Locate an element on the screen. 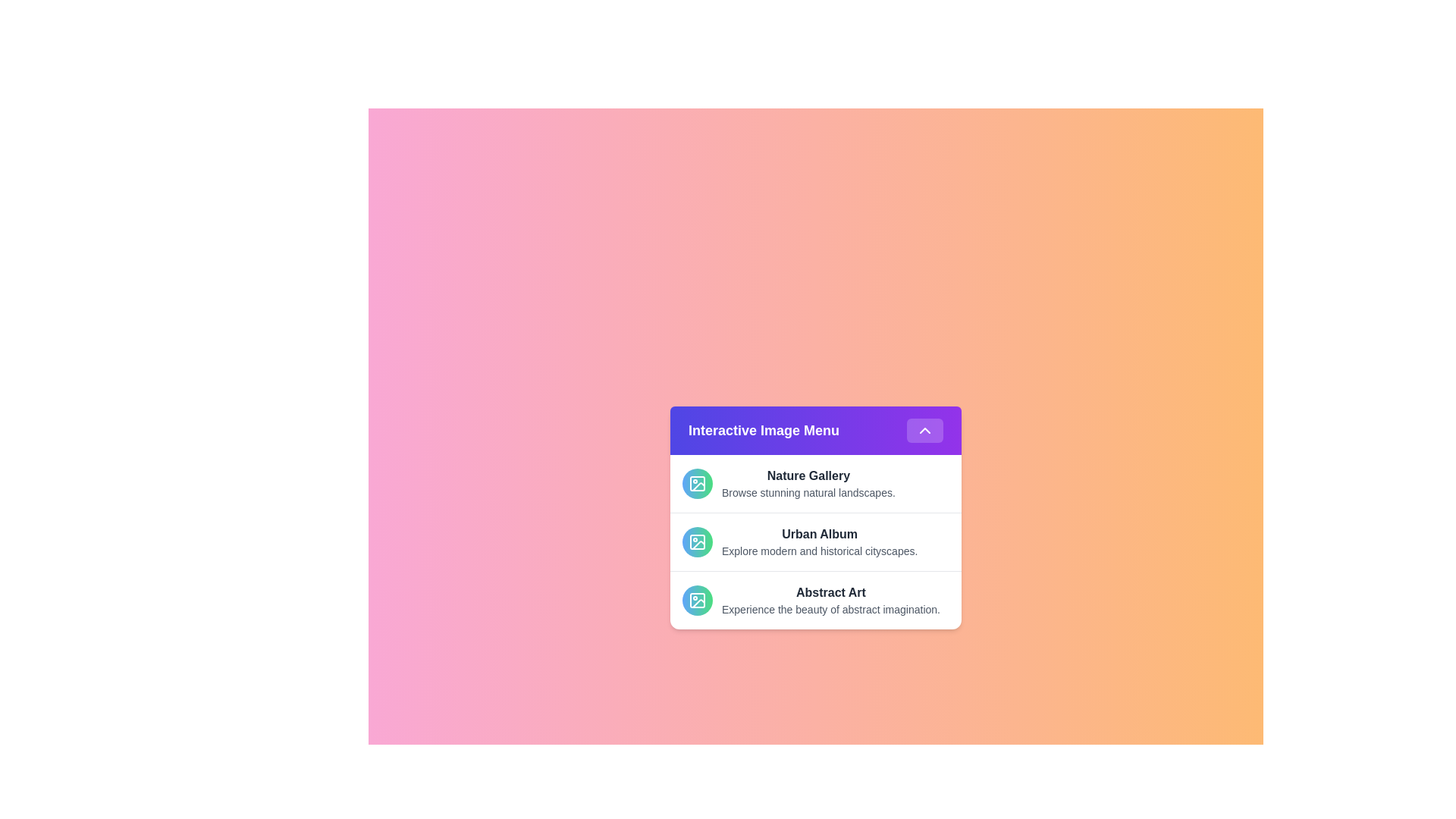 The image size is (1456, 819). toggle button in the header to toggle the menu visibility is located at coordinates (924, 430).